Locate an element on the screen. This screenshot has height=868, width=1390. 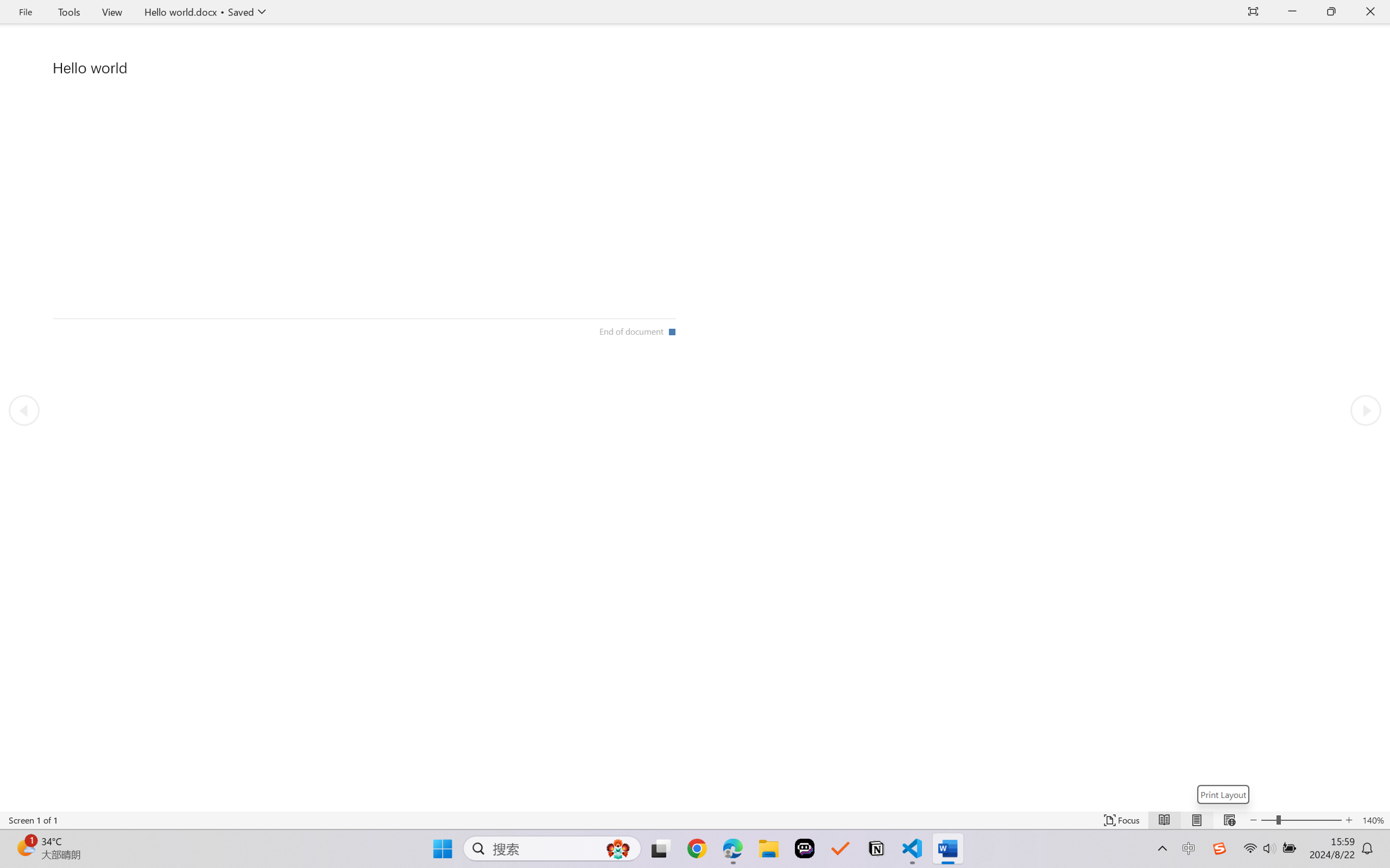
'File Tab' is located at coordinates (25, 11).